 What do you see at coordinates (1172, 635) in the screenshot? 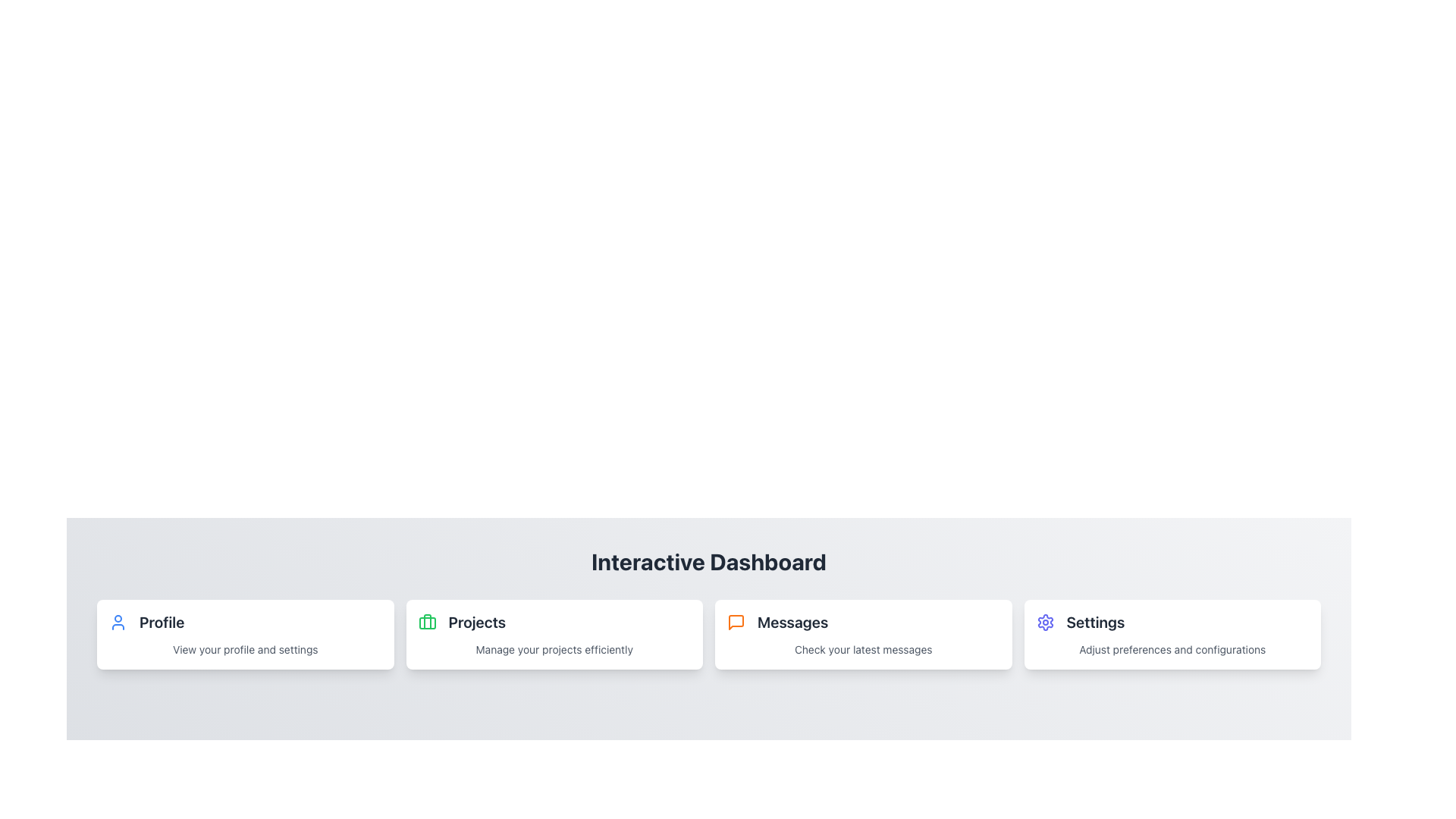
I see `the informational card that directs users to the settings section of the application, located at the far-right of a horizontally aligned grid of four cards` at bounding box center [1172, 635].